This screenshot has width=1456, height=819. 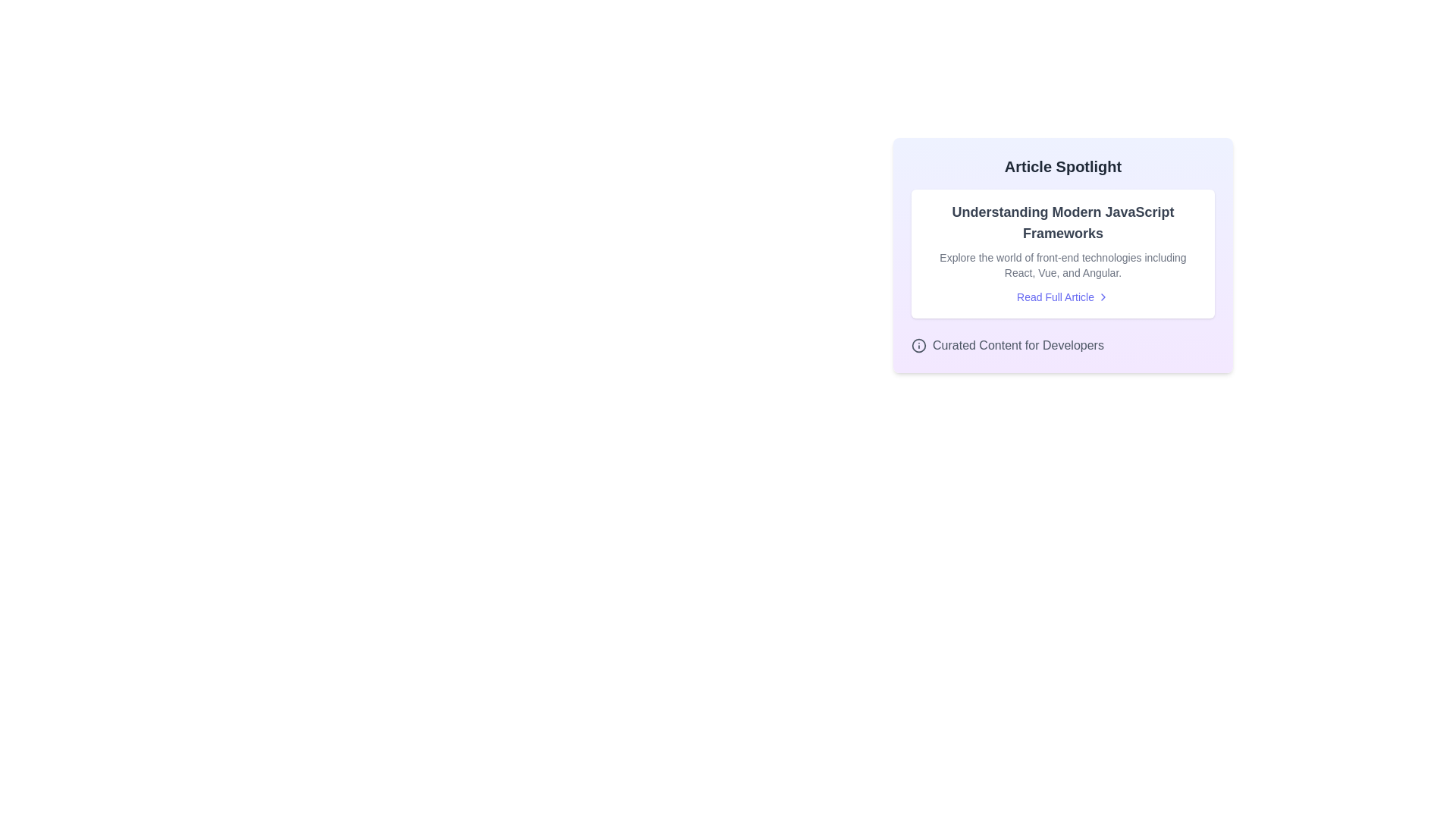 I want to click on the hyperlink styled with blue, underlined text that displays 'Read Full Article', which includes an adjacent right-facing arrow icon, so click(x=1062, y=297).